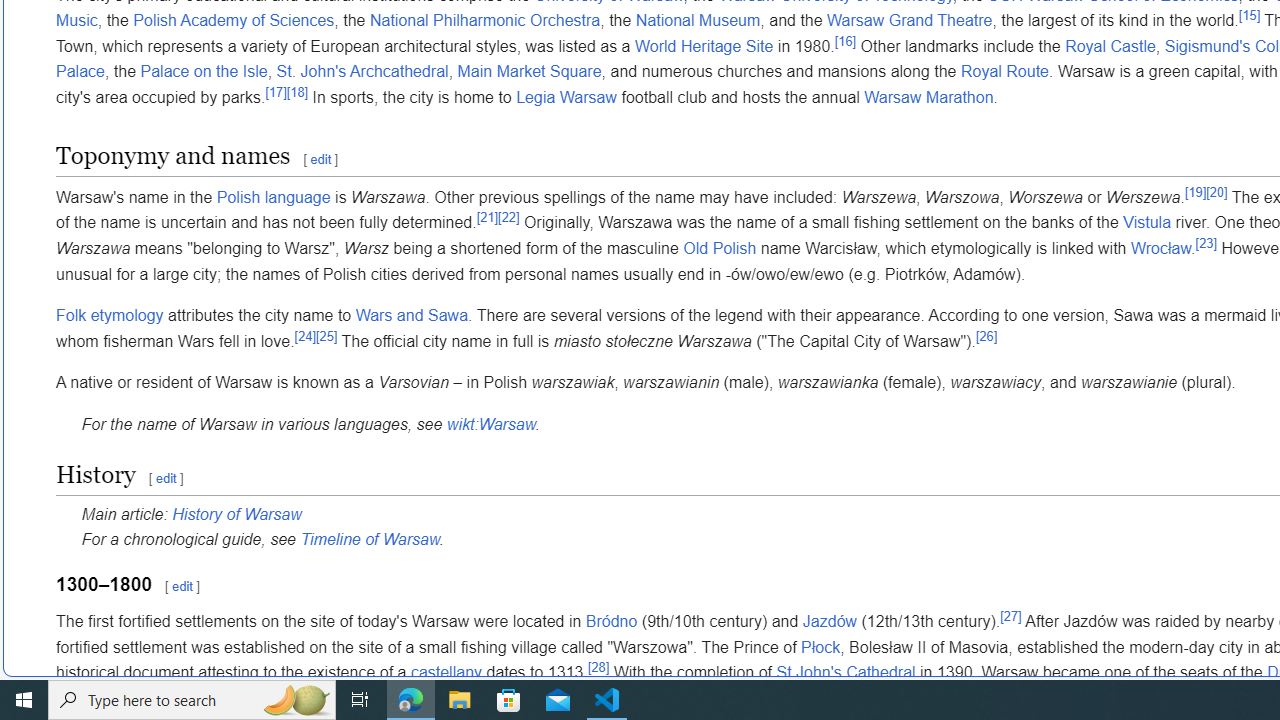  What do you see at coordinates (304, 335) in the screenshot?
I see `'[24]'` at bounding box center [304, 335].